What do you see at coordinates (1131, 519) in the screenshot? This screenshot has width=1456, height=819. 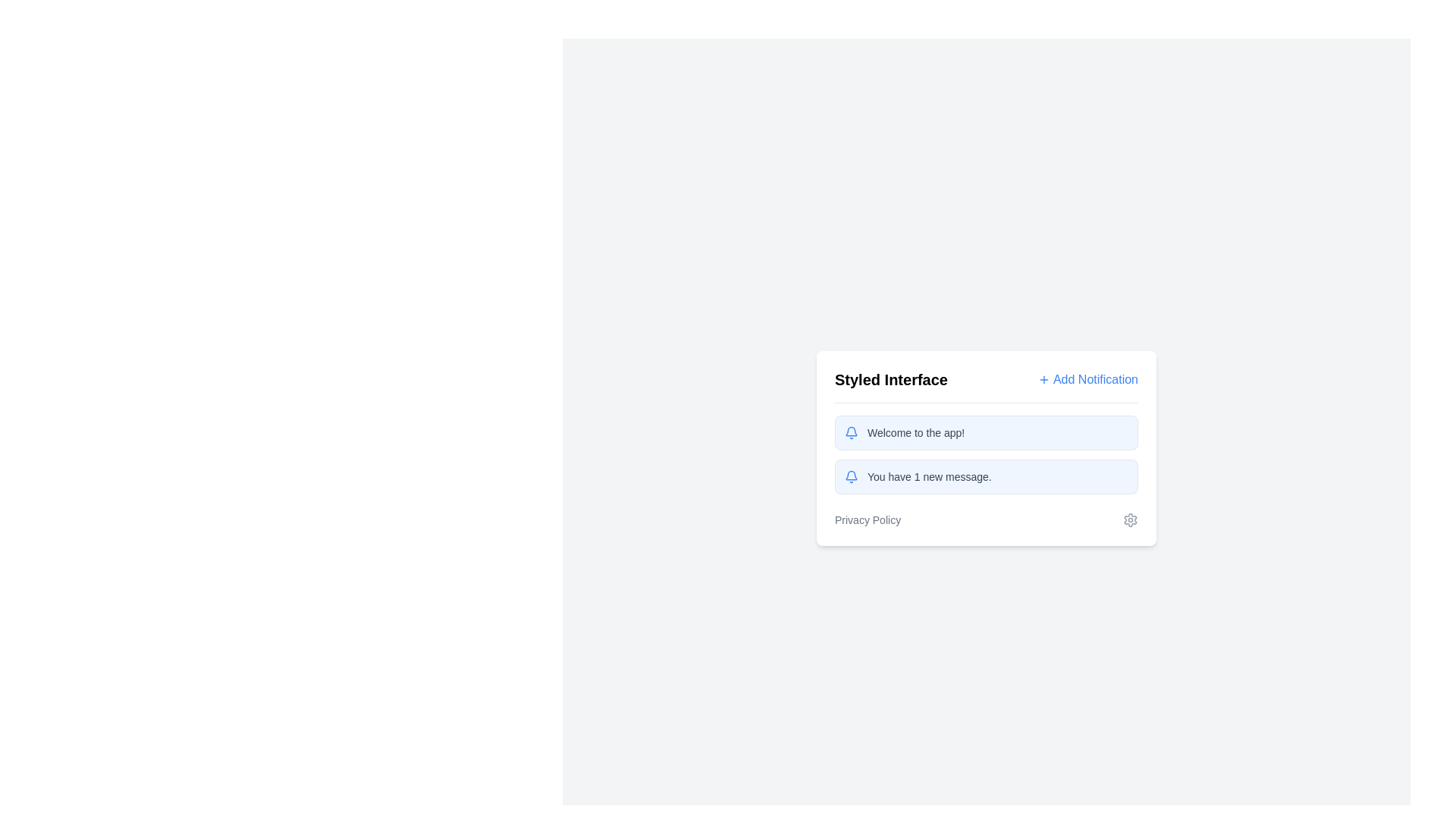 I see `the settings gear SVG graphics icon located at the lower-right corner of the card-style interface next to the 'Privacy Policy' text` at bounding box center [1131, 519].